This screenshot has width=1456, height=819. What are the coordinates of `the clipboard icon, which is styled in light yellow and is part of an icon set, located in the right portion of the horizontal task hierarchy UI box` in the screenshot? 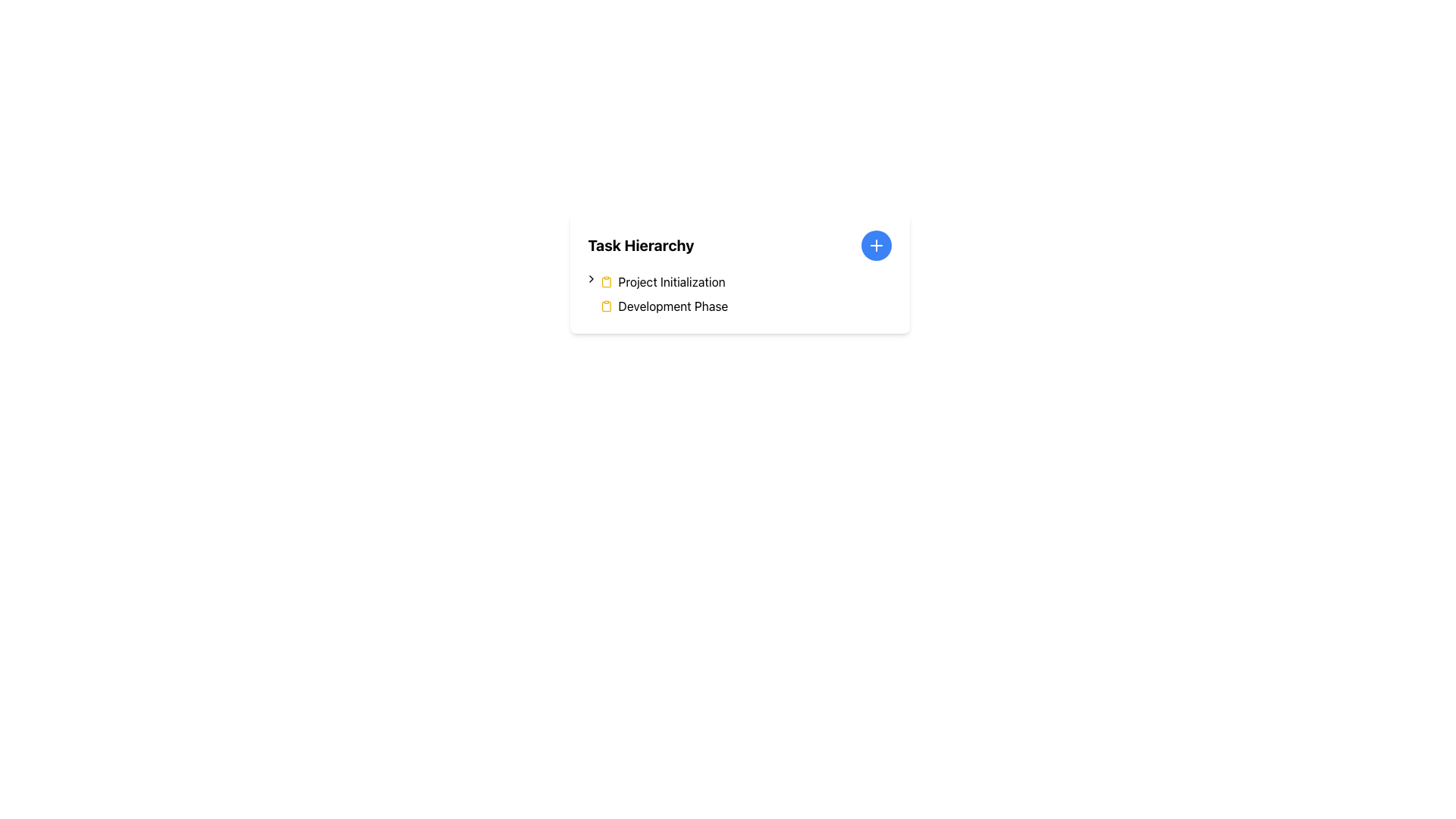 It's located at (605, 306).